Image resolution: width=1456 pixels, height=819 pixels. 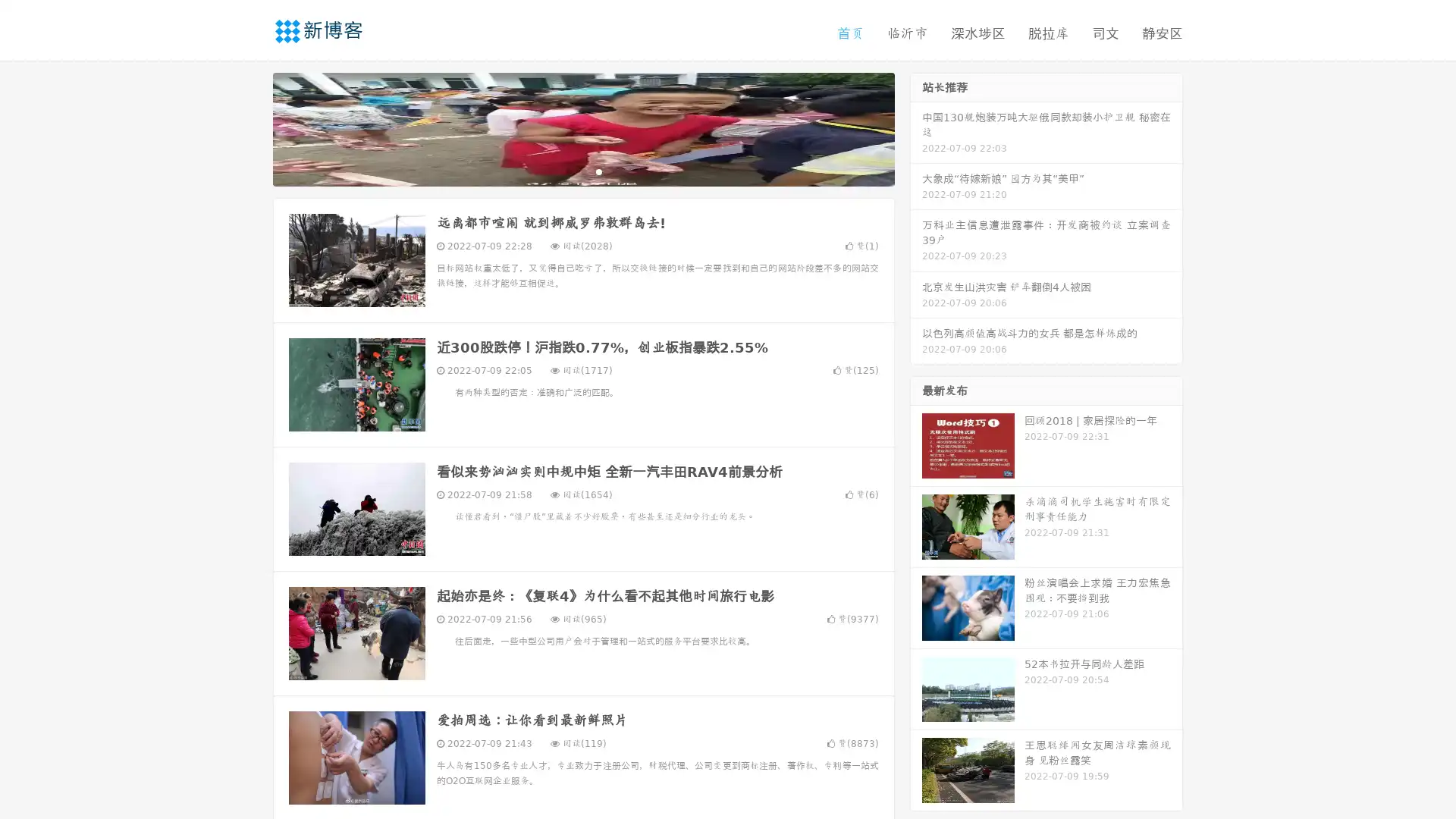 I want to click on Next slide, so click(x=916, y=127).